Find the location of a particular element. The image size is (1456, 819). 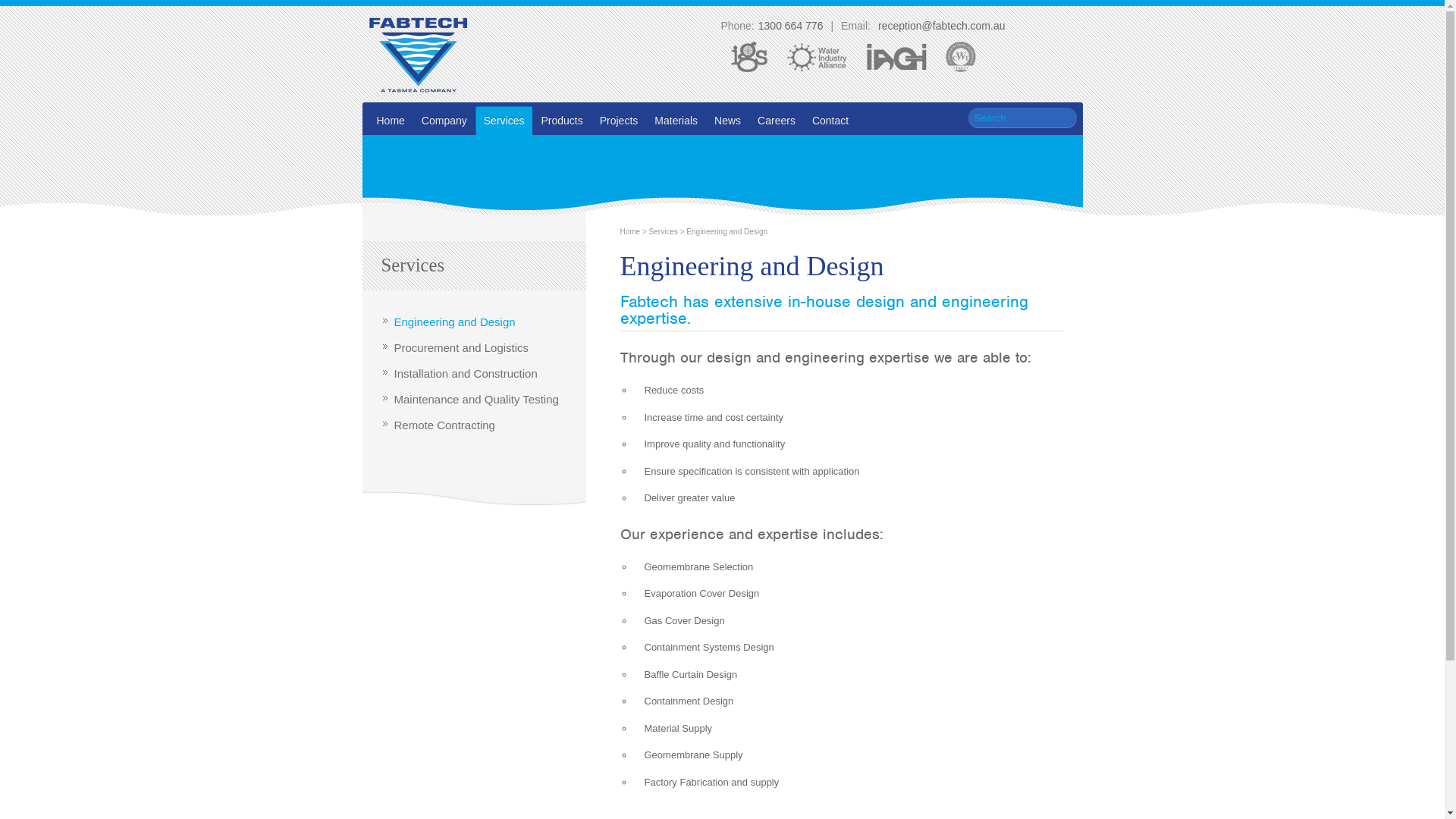

'Procurement and Logistics' is located at coordinates (461, 347).